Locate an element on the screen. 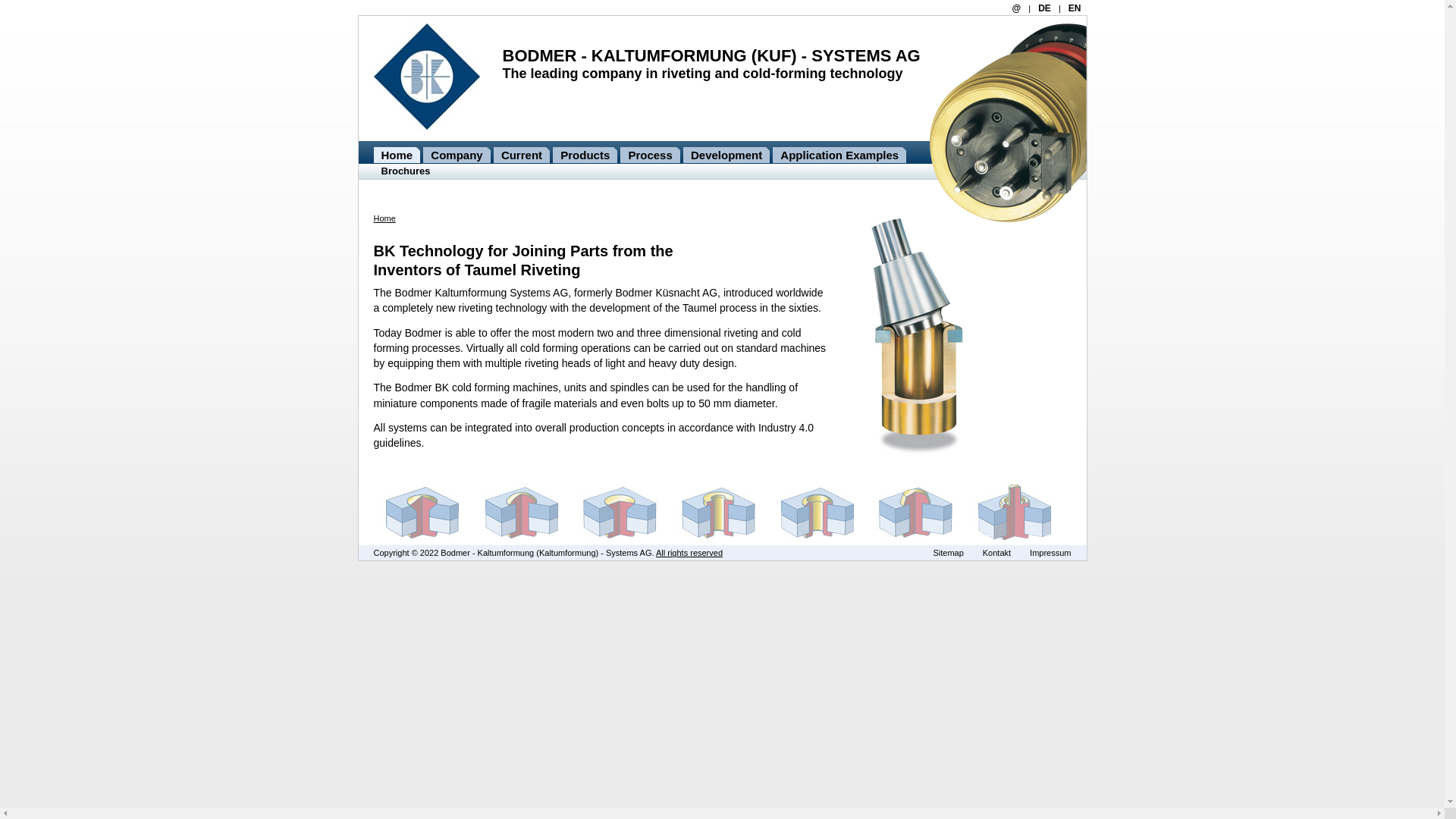  'Sitemap' is located at coordinates (946, 553).